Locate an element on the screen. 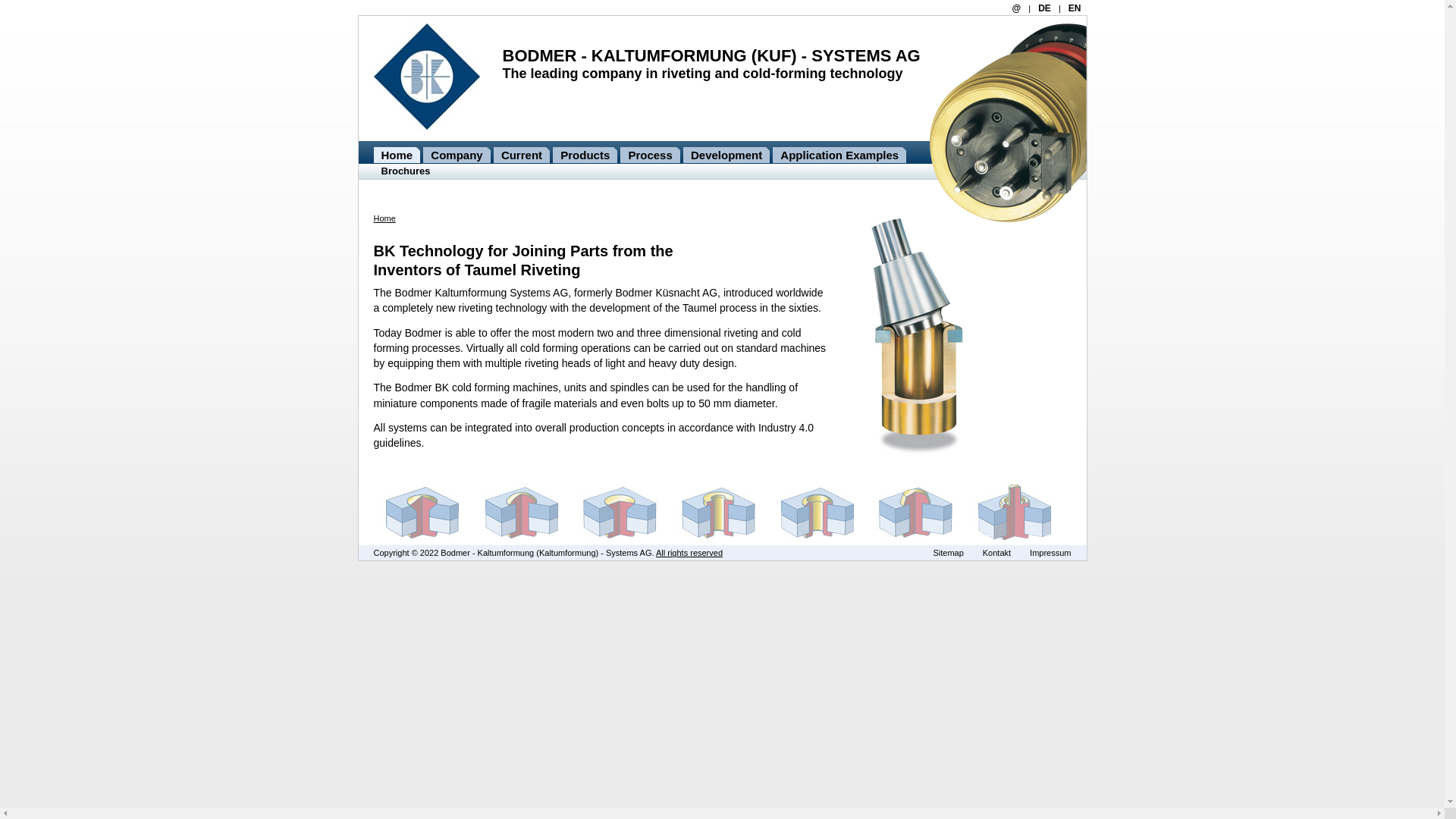  'Sitemap' is located at coordinates (946, 553).